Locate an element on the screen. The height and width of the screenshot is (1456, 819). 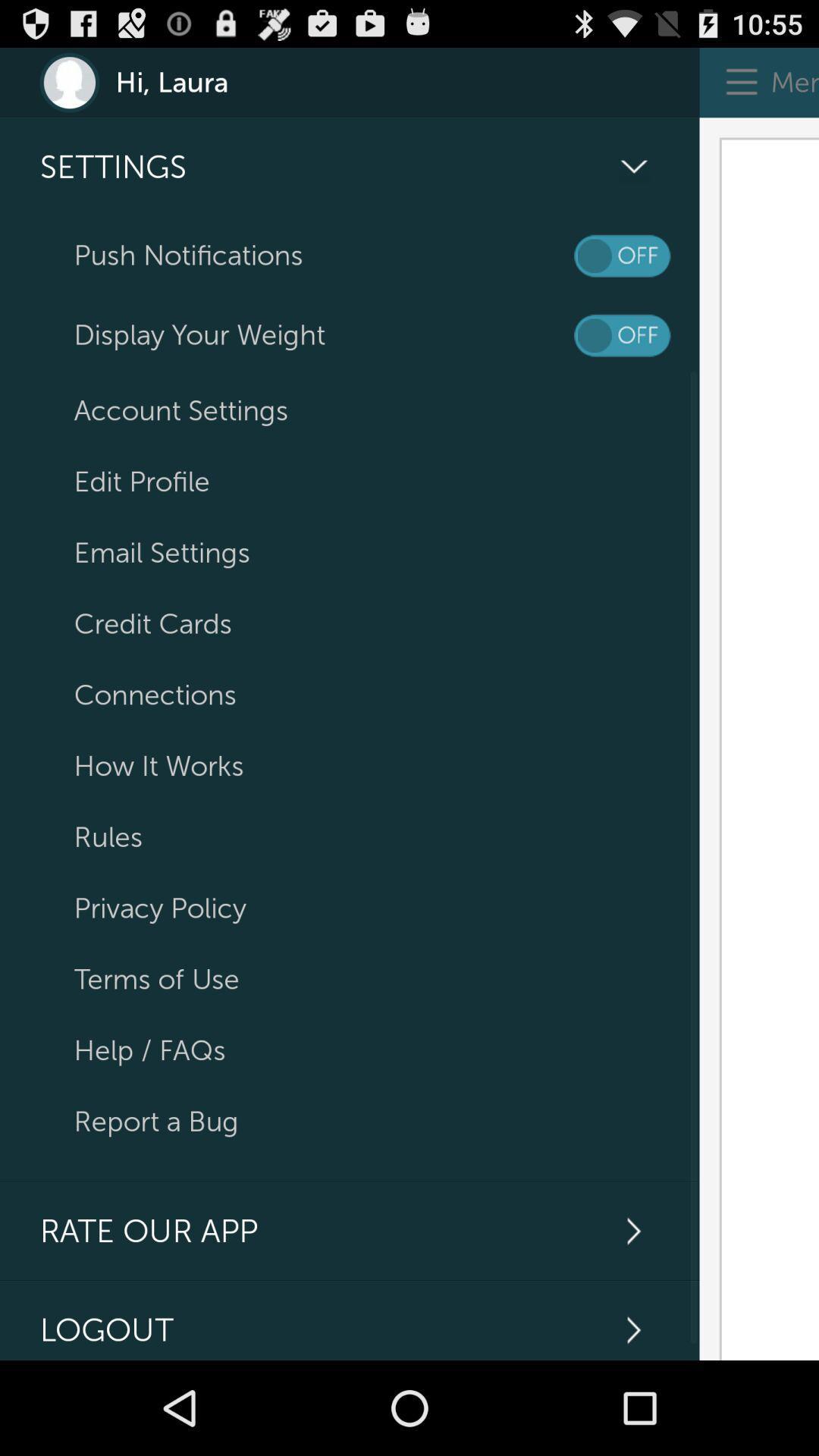
display is located at coordinates (622, 334).